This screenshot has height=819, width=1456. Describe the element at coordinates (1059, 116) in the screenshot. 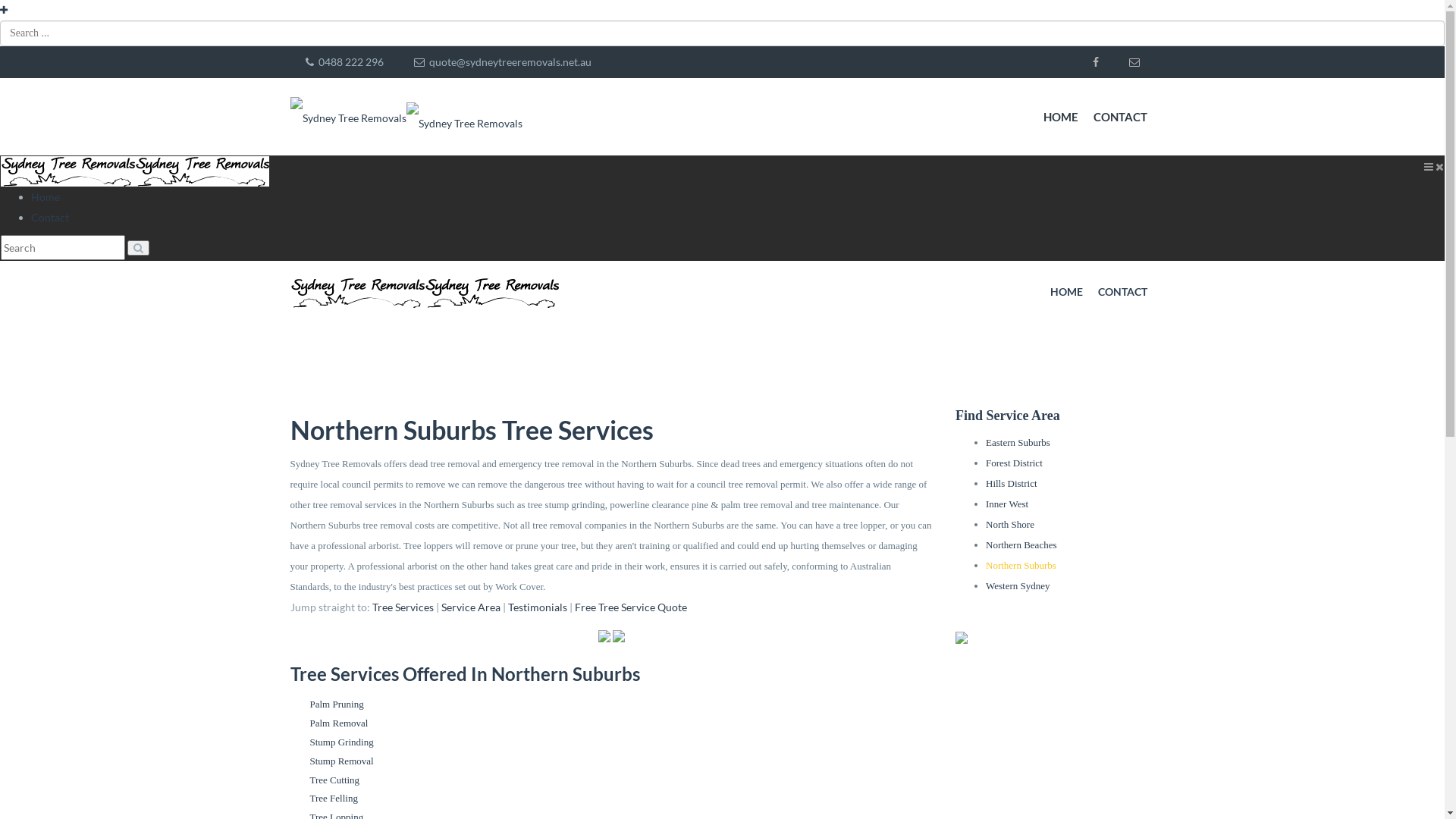

I see `'HOME'` at that location.